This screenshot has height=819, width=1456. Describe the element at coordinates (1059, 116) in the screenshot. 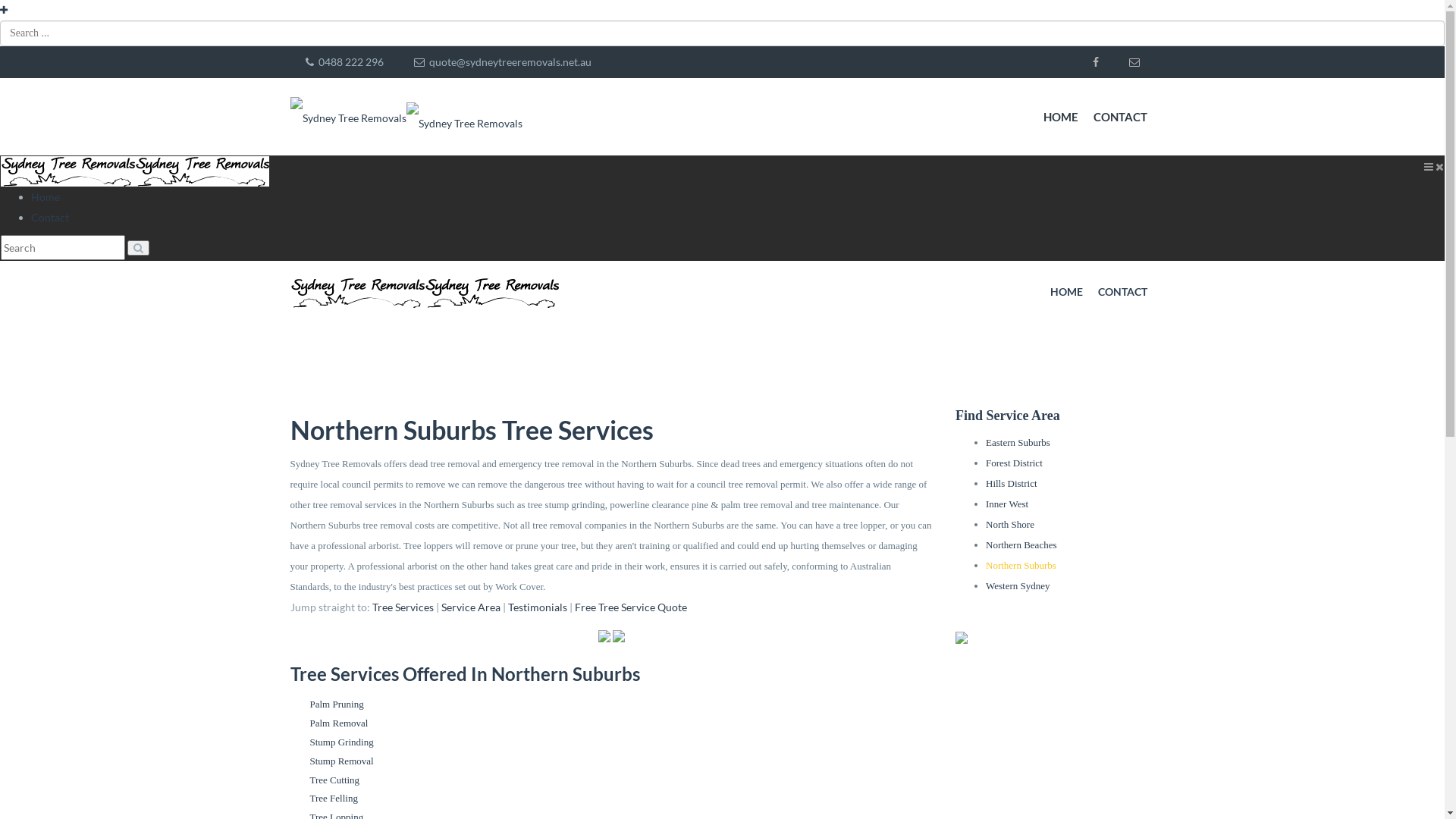

I see `'HOME'` at that location.